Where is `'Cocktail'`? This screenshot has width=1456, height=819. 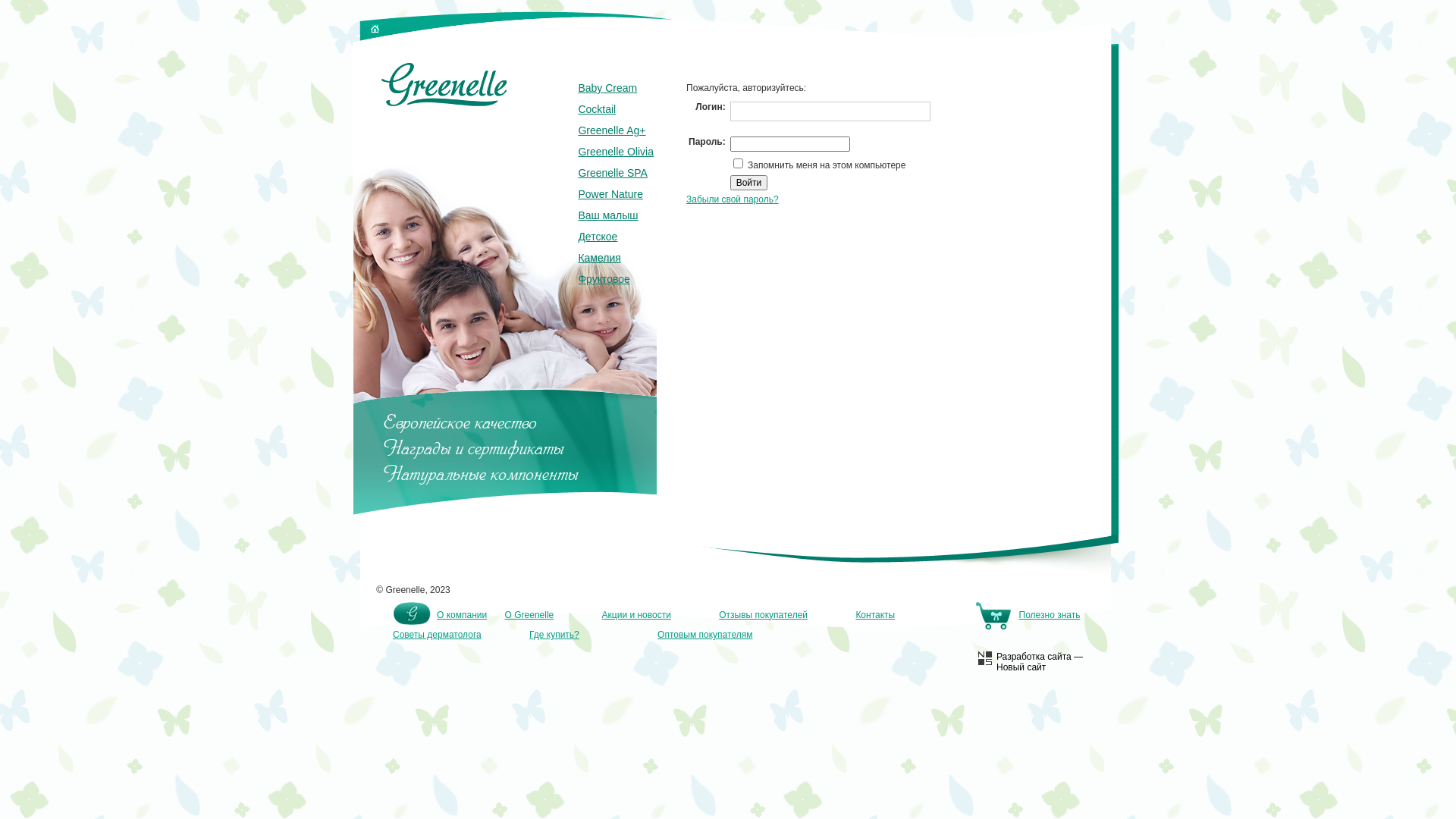 'Cocktail' is located at coordinates (615, 108).